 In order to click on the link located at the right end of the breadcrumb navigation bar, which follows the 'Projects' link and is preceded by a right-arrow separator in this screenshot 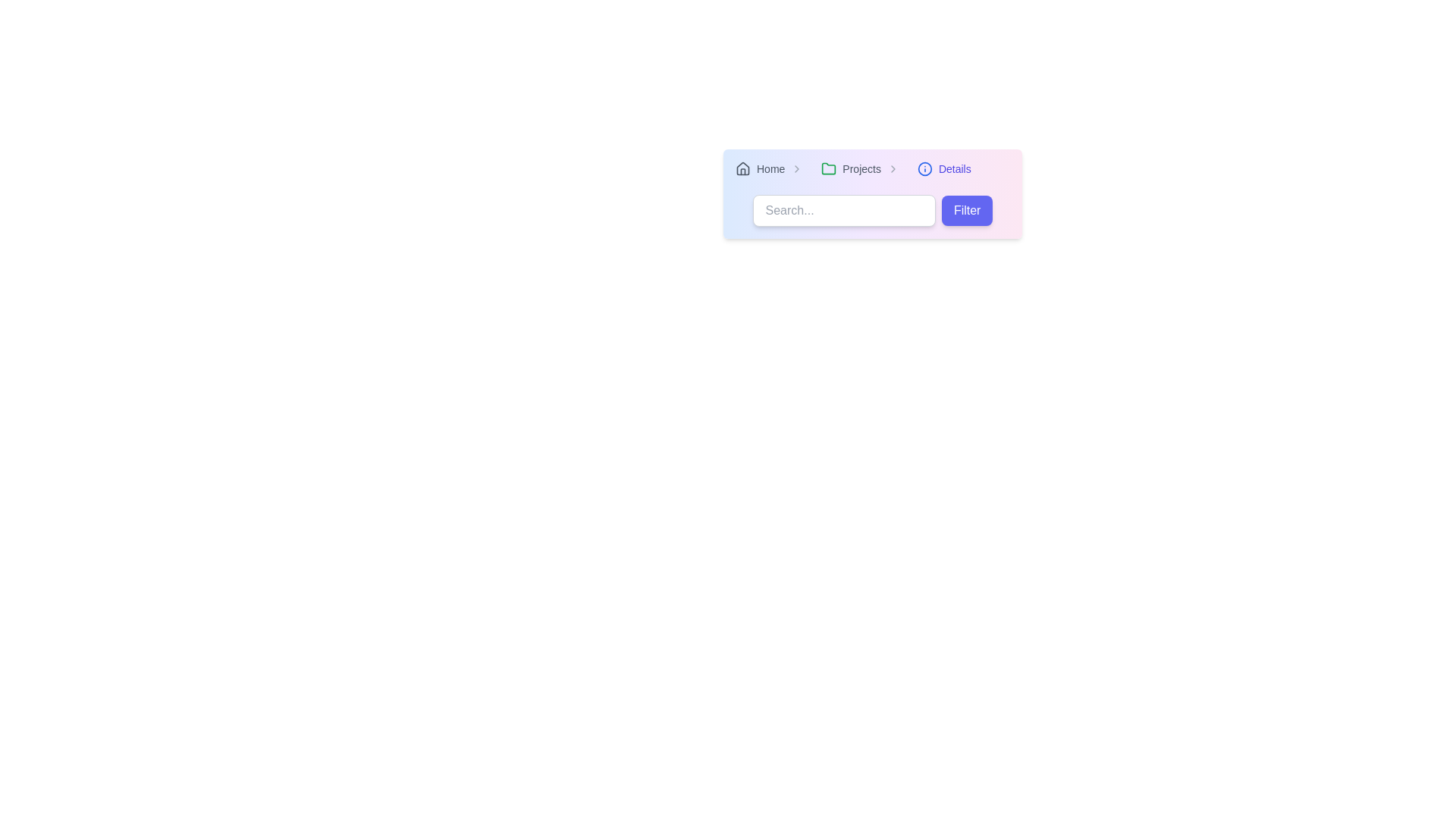, I will do `click(943, 169)`.